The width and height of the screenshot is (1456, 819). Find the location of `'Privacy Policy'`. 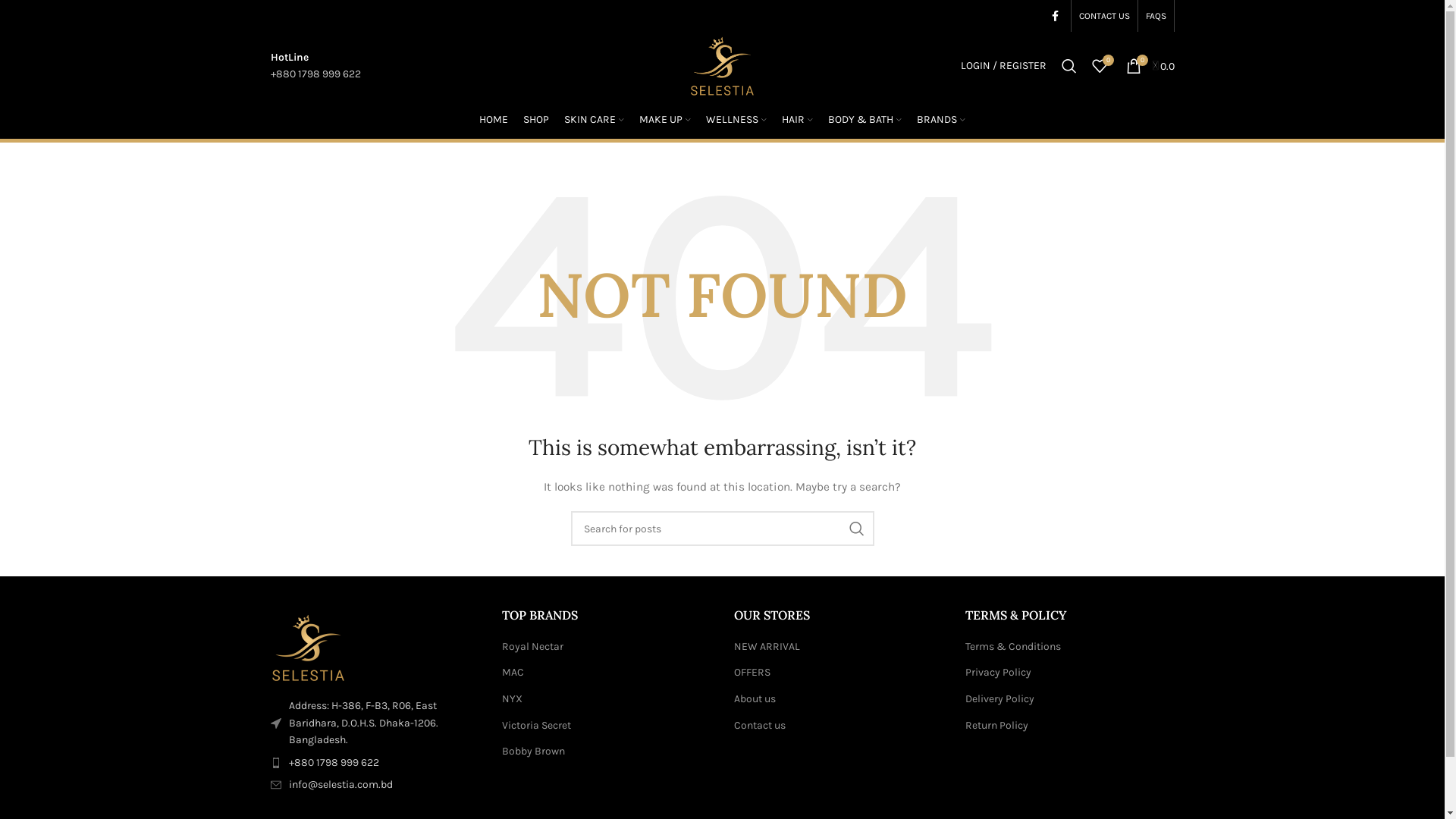

'Privacy Policy' is located at coordinates (999, 672).